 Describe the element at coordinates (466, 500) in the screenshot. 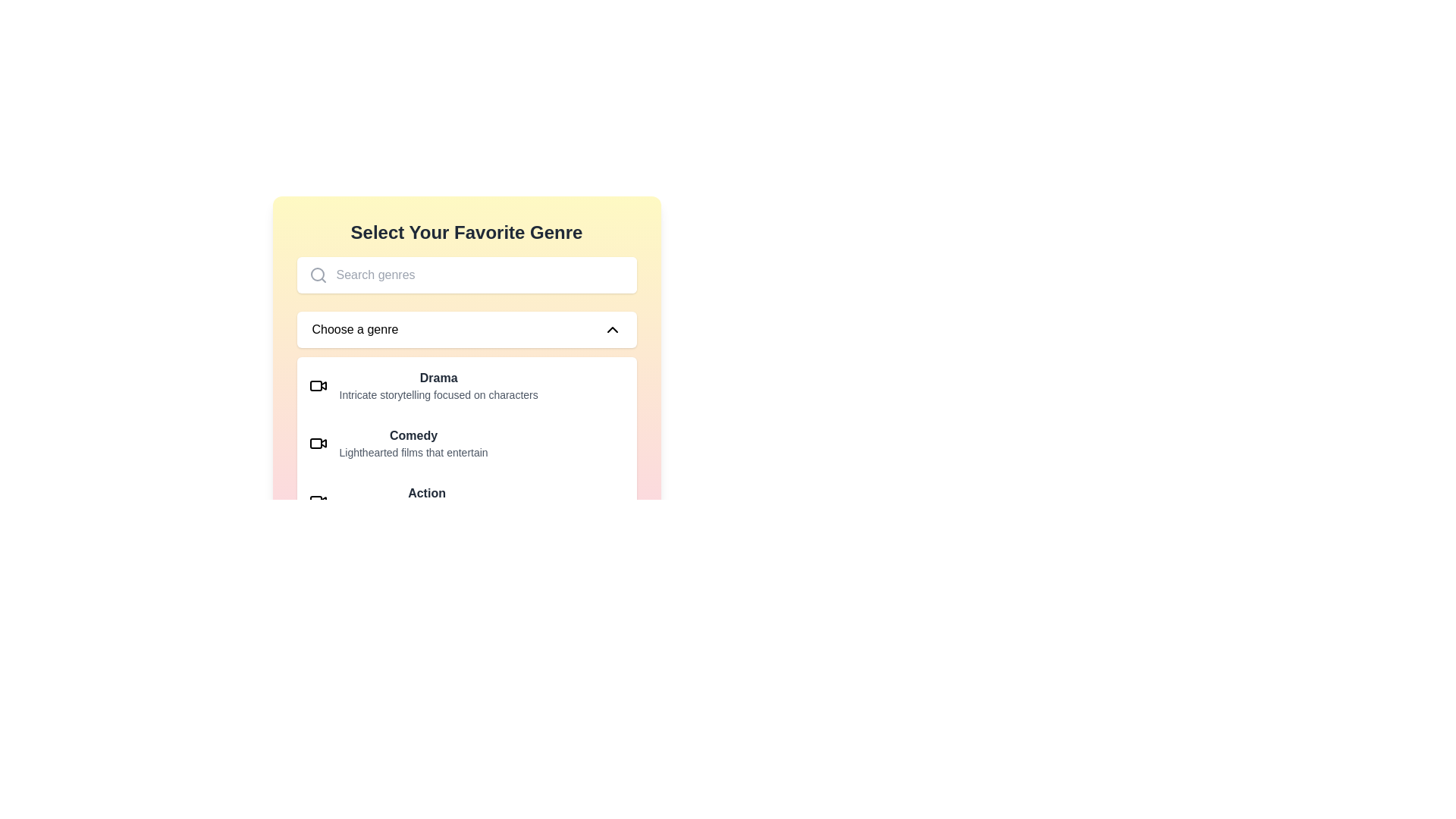

I see `the third row of the selectable list item labeled 'Action' in the 'Choose a genre' dropdown menu` at that location.